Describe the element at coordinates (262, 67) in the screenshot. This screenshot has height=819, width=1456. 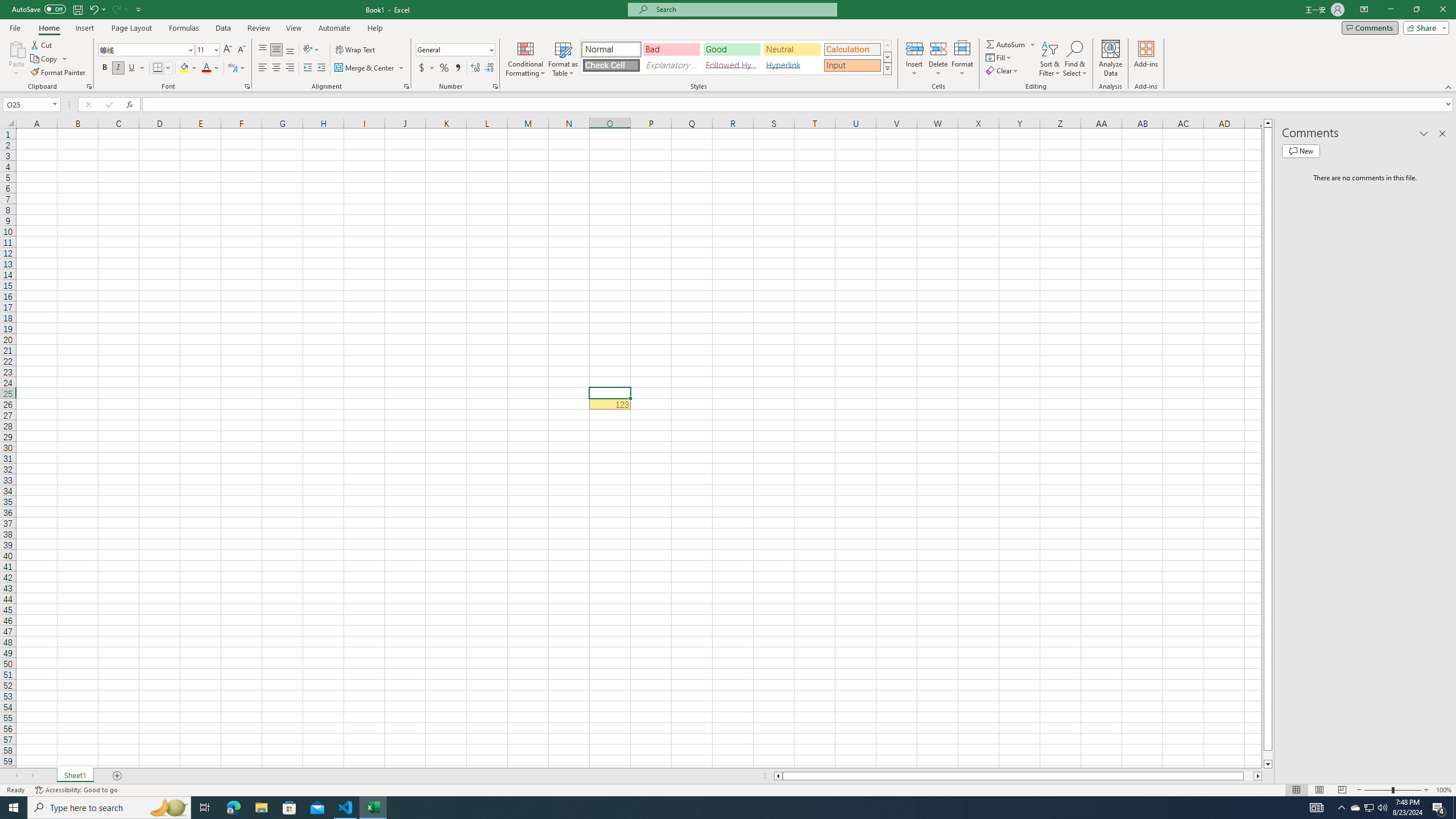
I see `'Align Left'` at that location.